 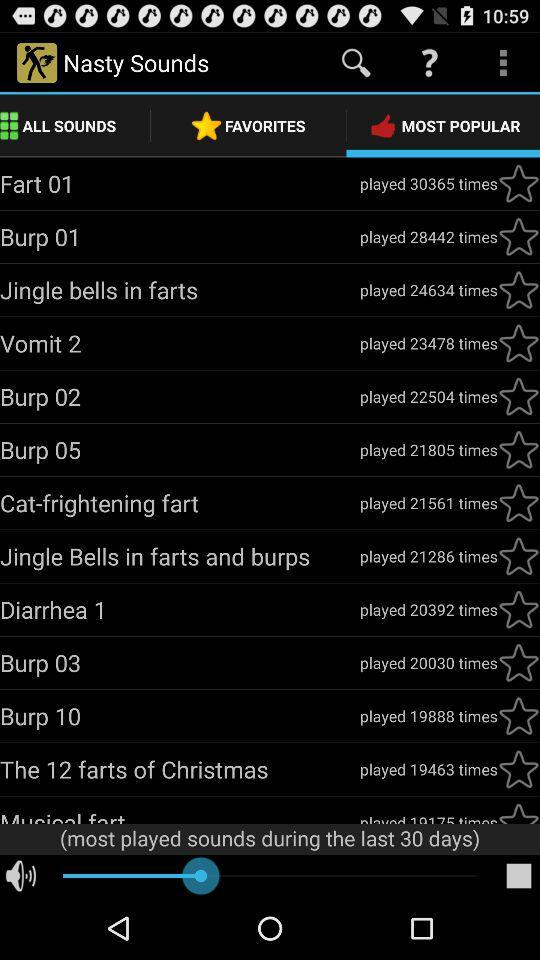 What do you see at coordinates (518, 608) in the screenshot?
I see `to favorites` at bounding box center [518, 608].